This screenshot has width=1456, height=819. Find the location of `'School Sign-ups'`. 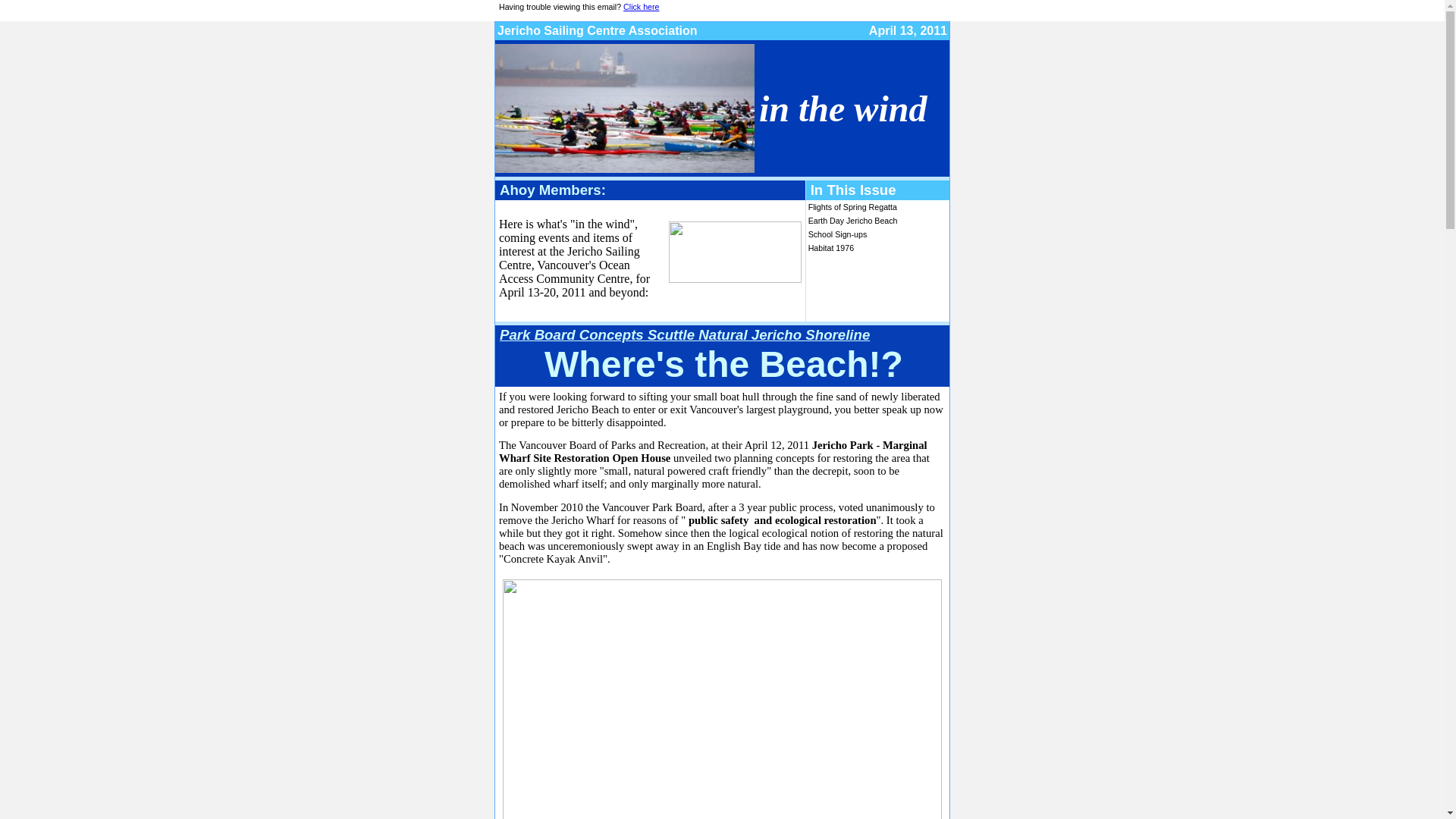

'School Sign-ups' is located at coordinates (836, 234).